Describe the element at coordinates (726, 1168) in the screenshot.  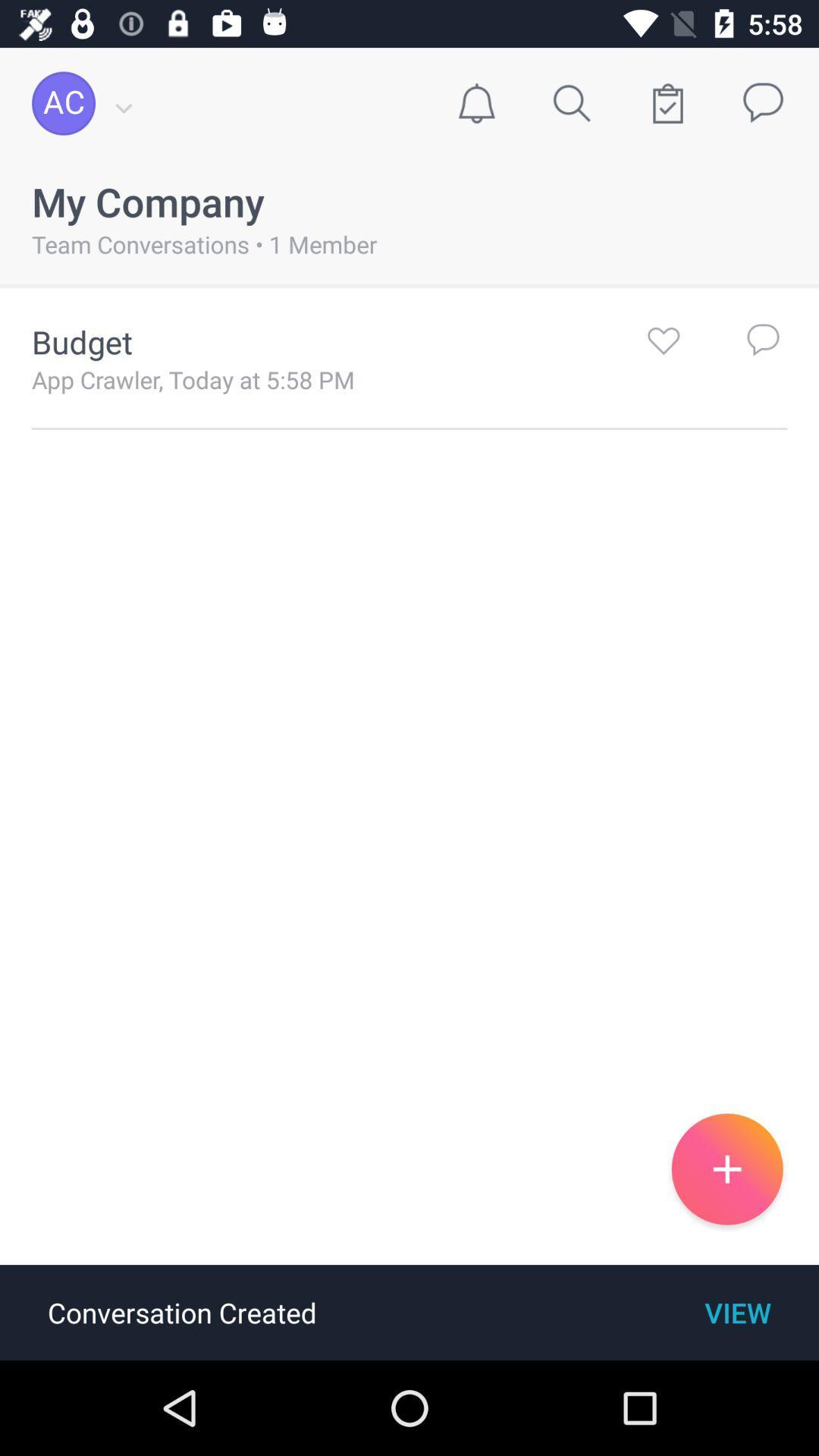
I see `the add icon` at that location.